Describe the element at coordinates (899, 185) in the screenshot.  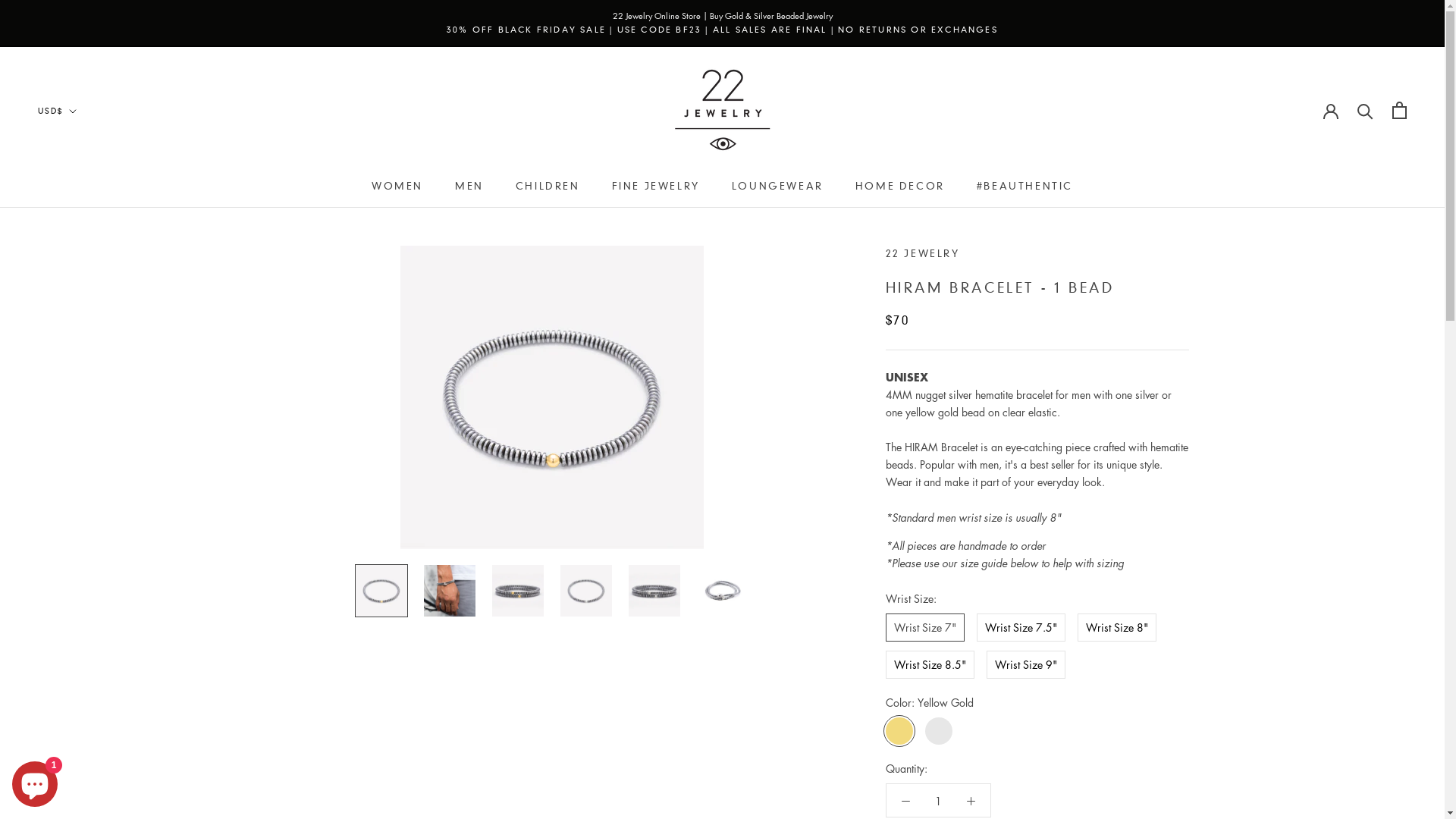
I see `'HOME DECOR` at that location.